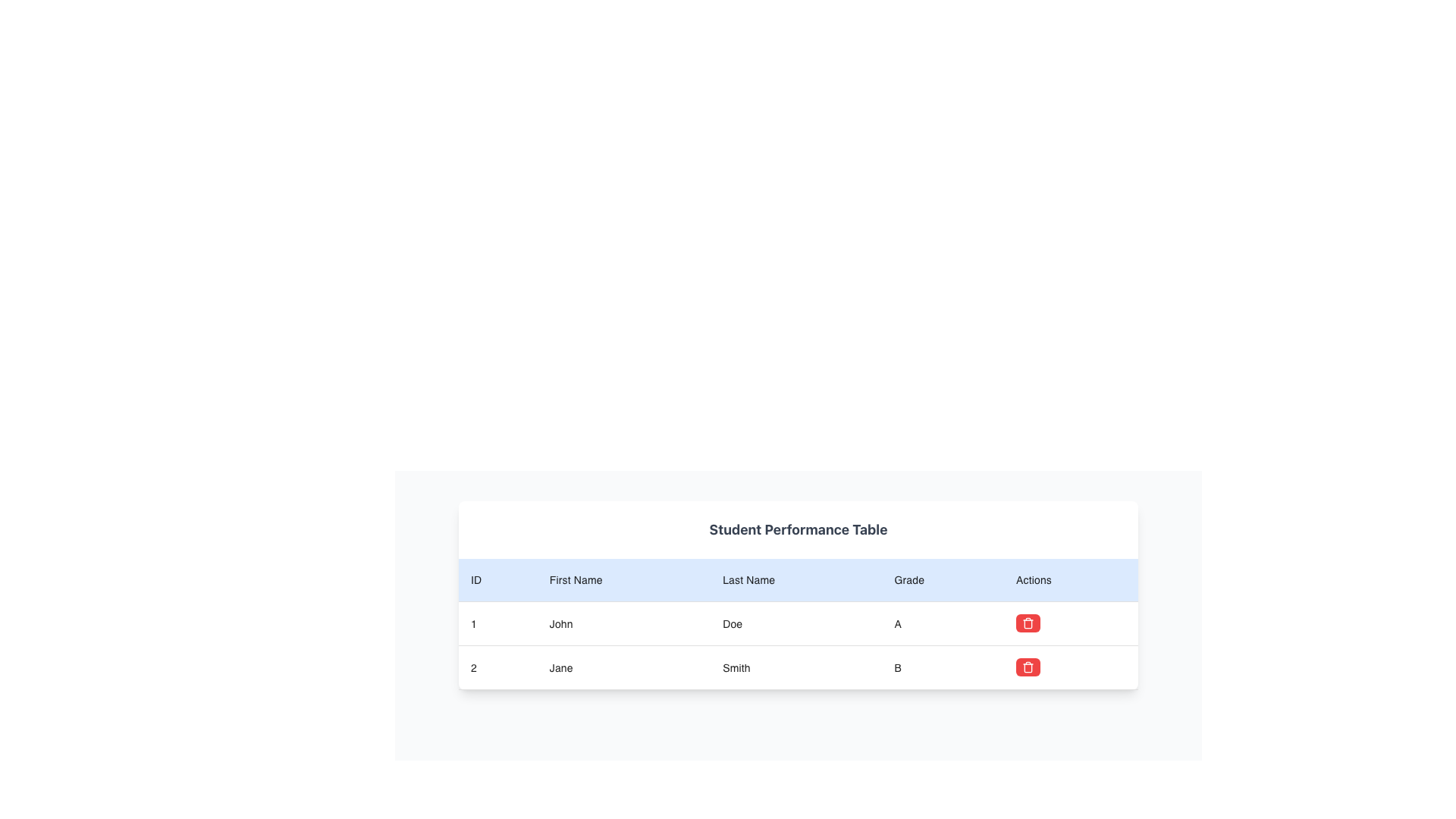  What do you see at coordinates (795, 623) in the screenshot?
I see `to select the table cell displaying the last name 'Doe' in the first row of the 'Student Performance Table'` at bounding box center [795, 623].